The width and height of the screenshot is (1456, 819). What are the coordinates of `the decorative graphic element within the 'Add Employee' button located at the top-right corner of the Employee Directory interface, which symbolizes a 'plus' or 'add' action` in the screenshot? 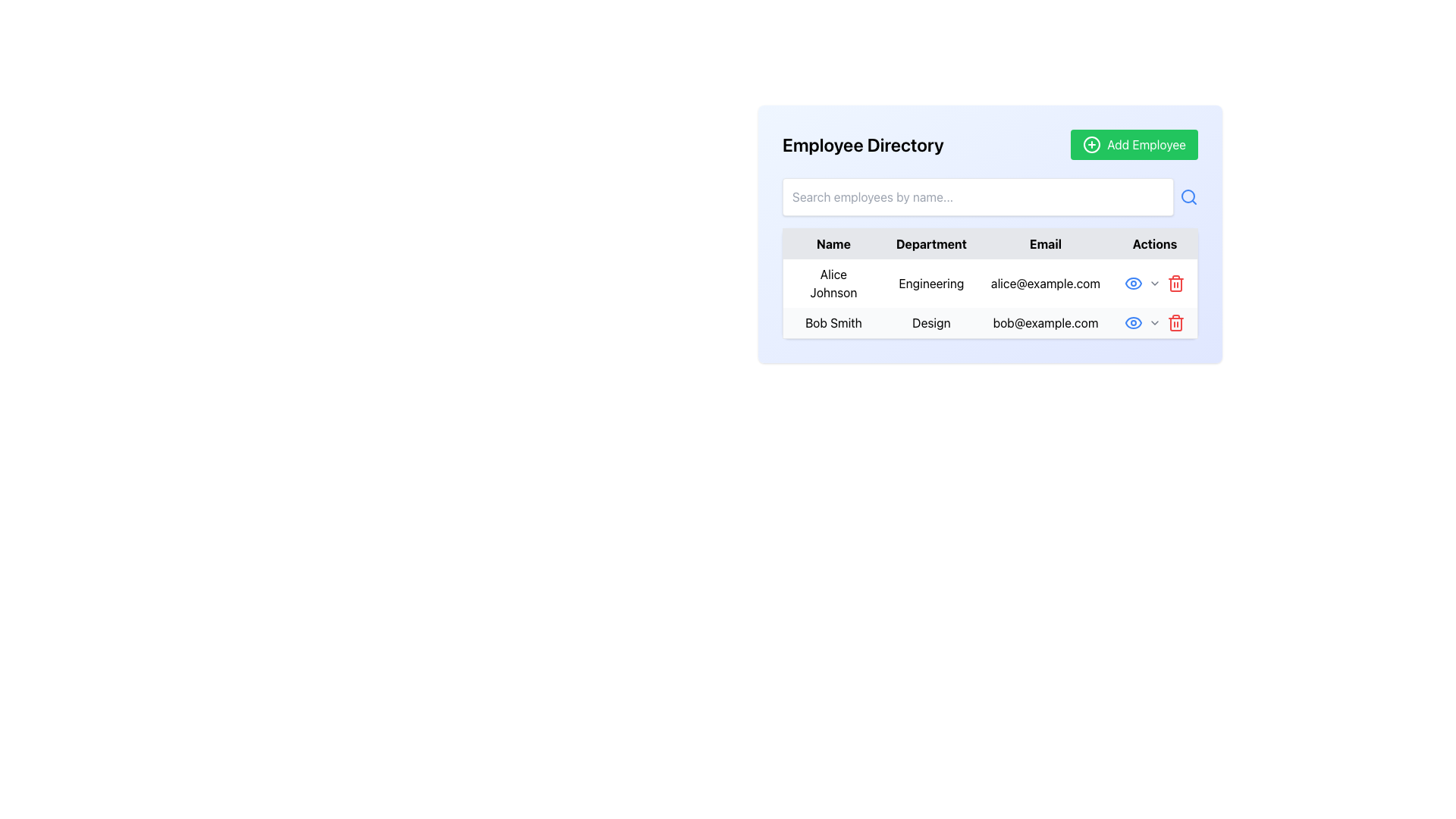 It's located at (1092, 145).